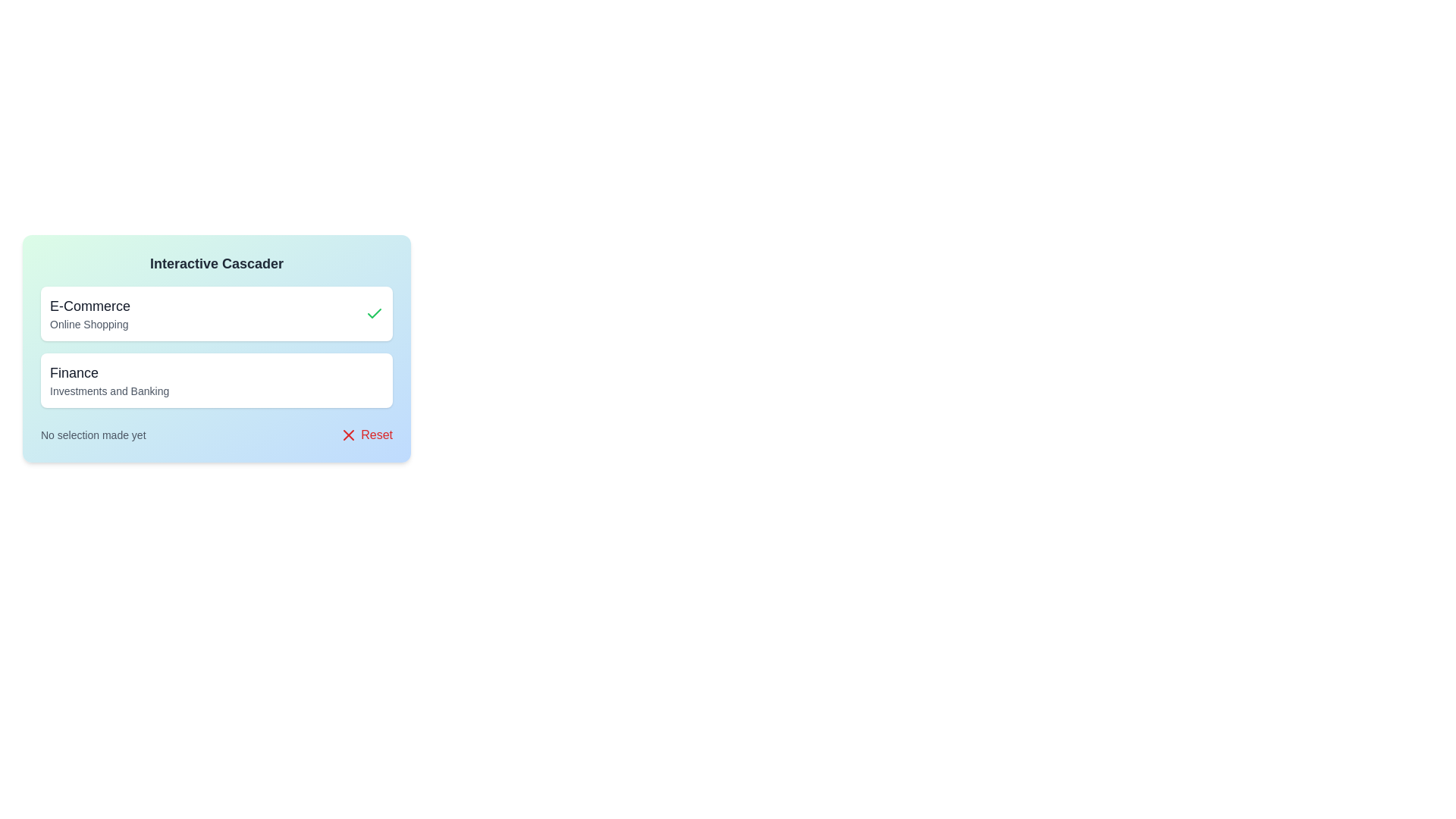 The width and height of the screenshot is (1456, 819). I want to click on green checkmark checkbox icon located to the right of the 'E-Commerce' label in the dropdown interface, so click(375, 312).